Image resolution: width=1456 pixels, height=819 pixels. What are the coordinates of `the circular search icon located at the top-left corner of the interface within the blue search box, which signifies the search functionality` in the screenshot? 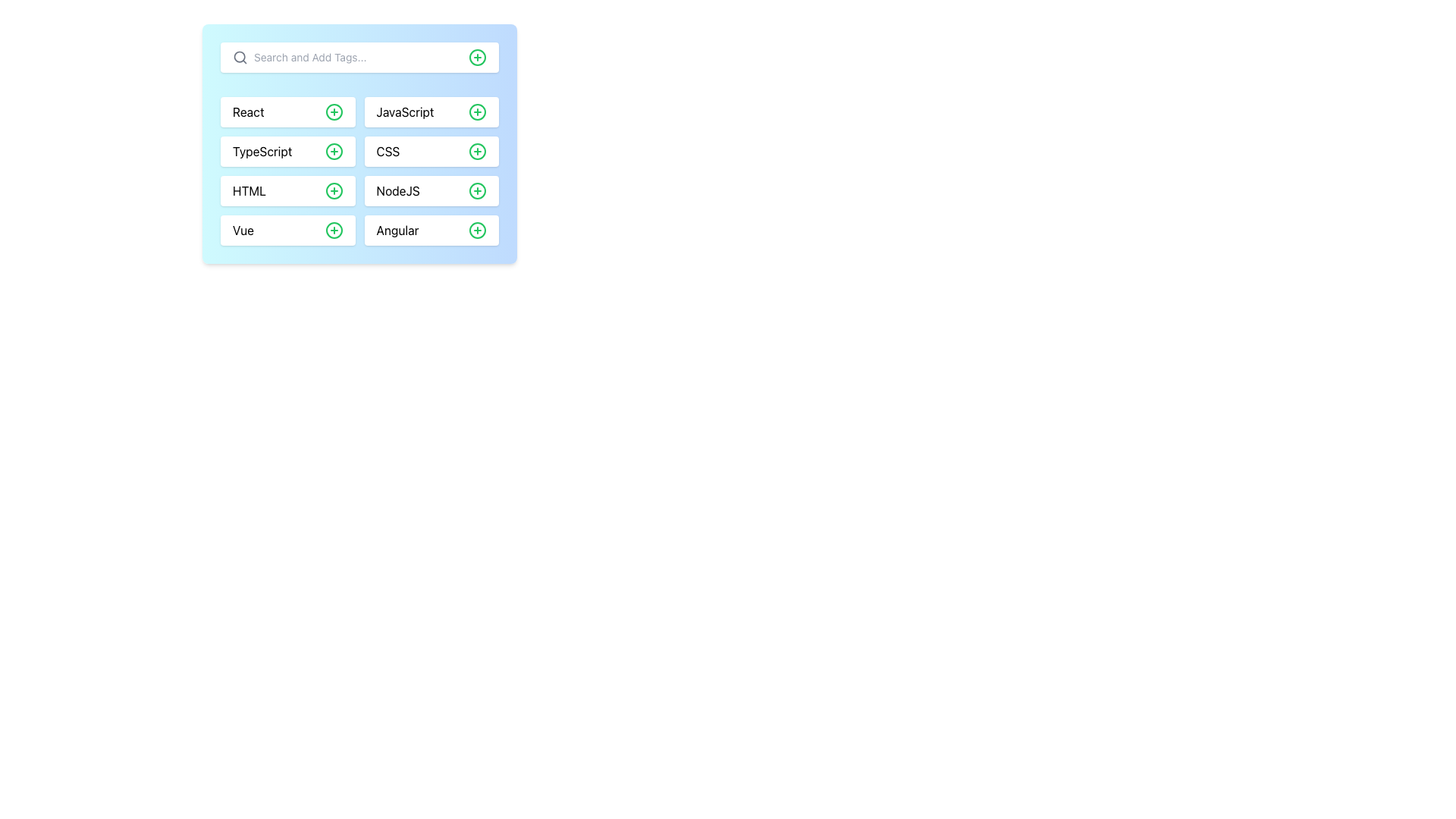 It's located at (239, 56).